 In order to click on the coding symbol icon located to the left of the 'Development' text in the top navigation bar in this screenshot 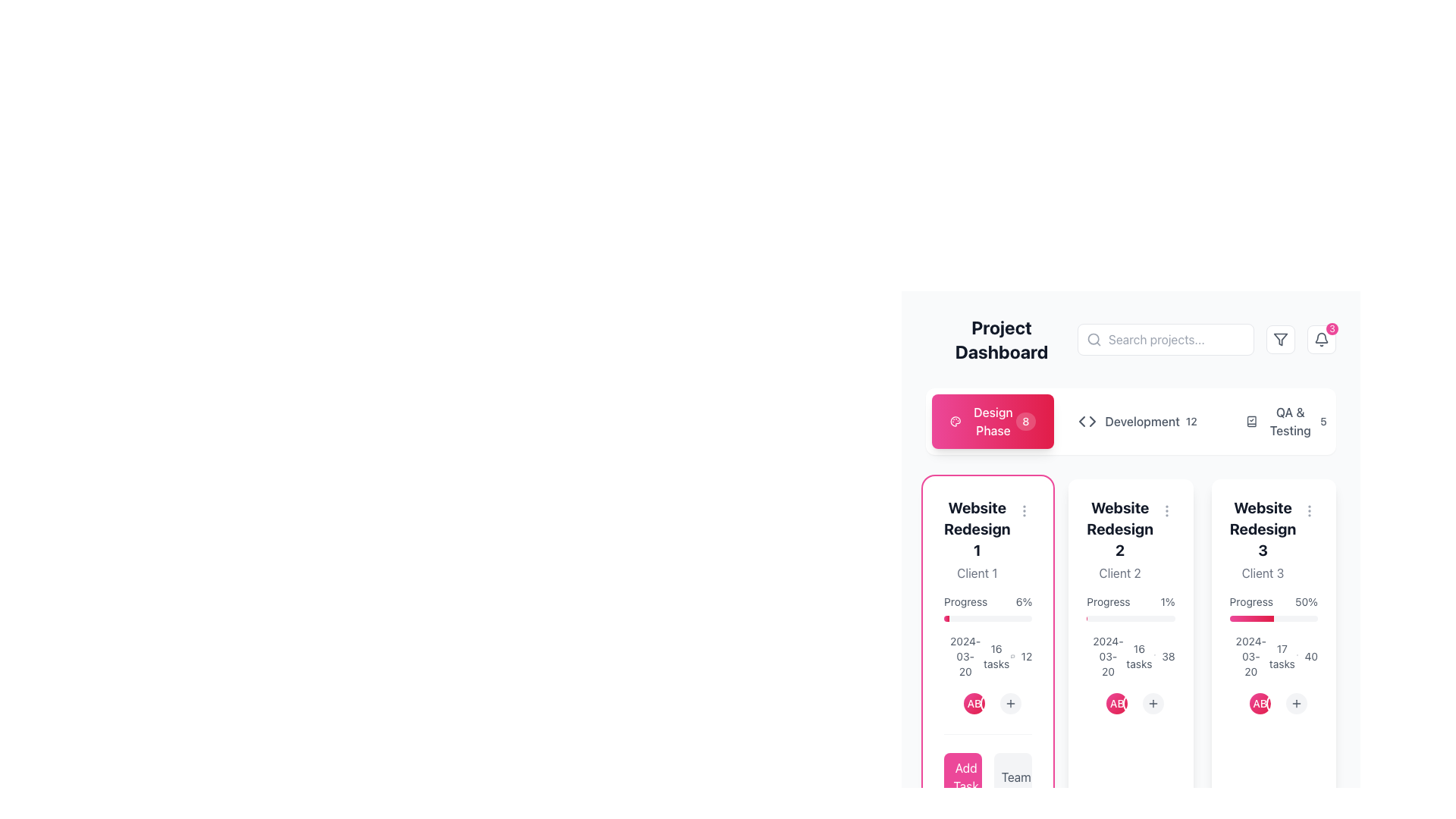, I will do `click(1086, 421)`.